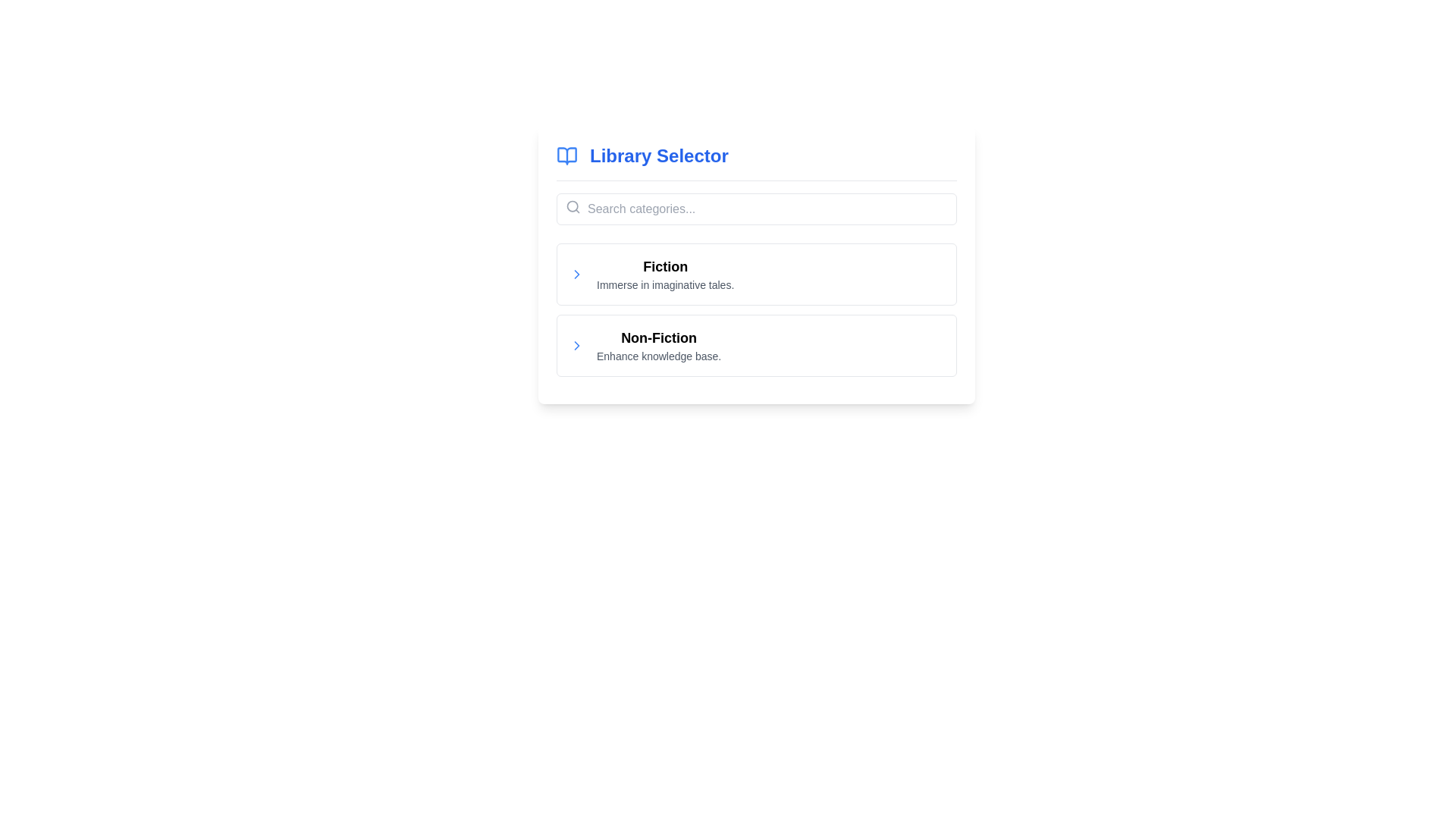 The image size is (1456, 819). I want to click on the 'Fiction' section of the selectable list item, which is styled with a bold title and a descriptive line below it, so click(757, 309).